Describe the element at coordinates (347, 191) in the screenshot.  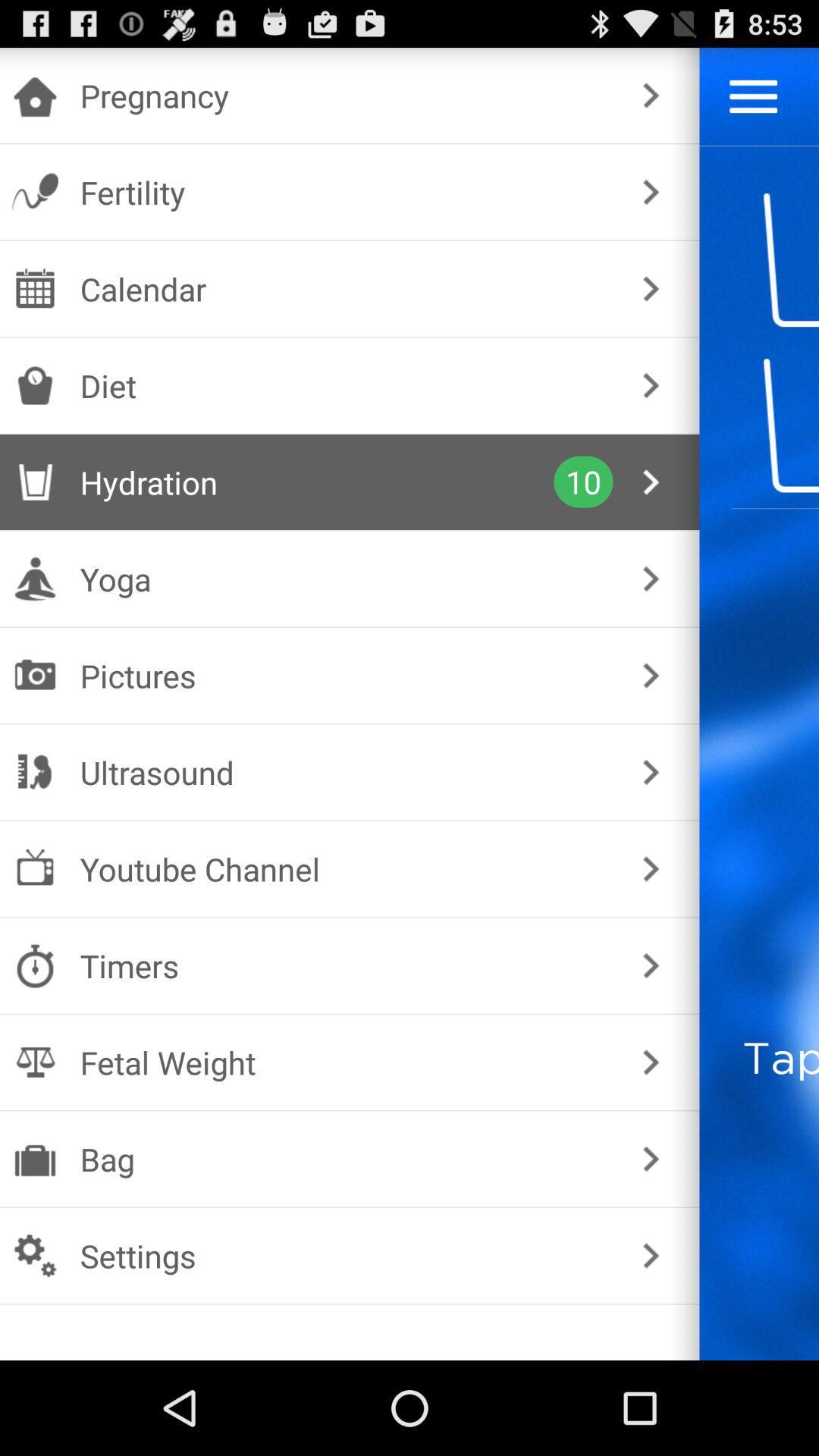
I see `the fertility item` at that location.